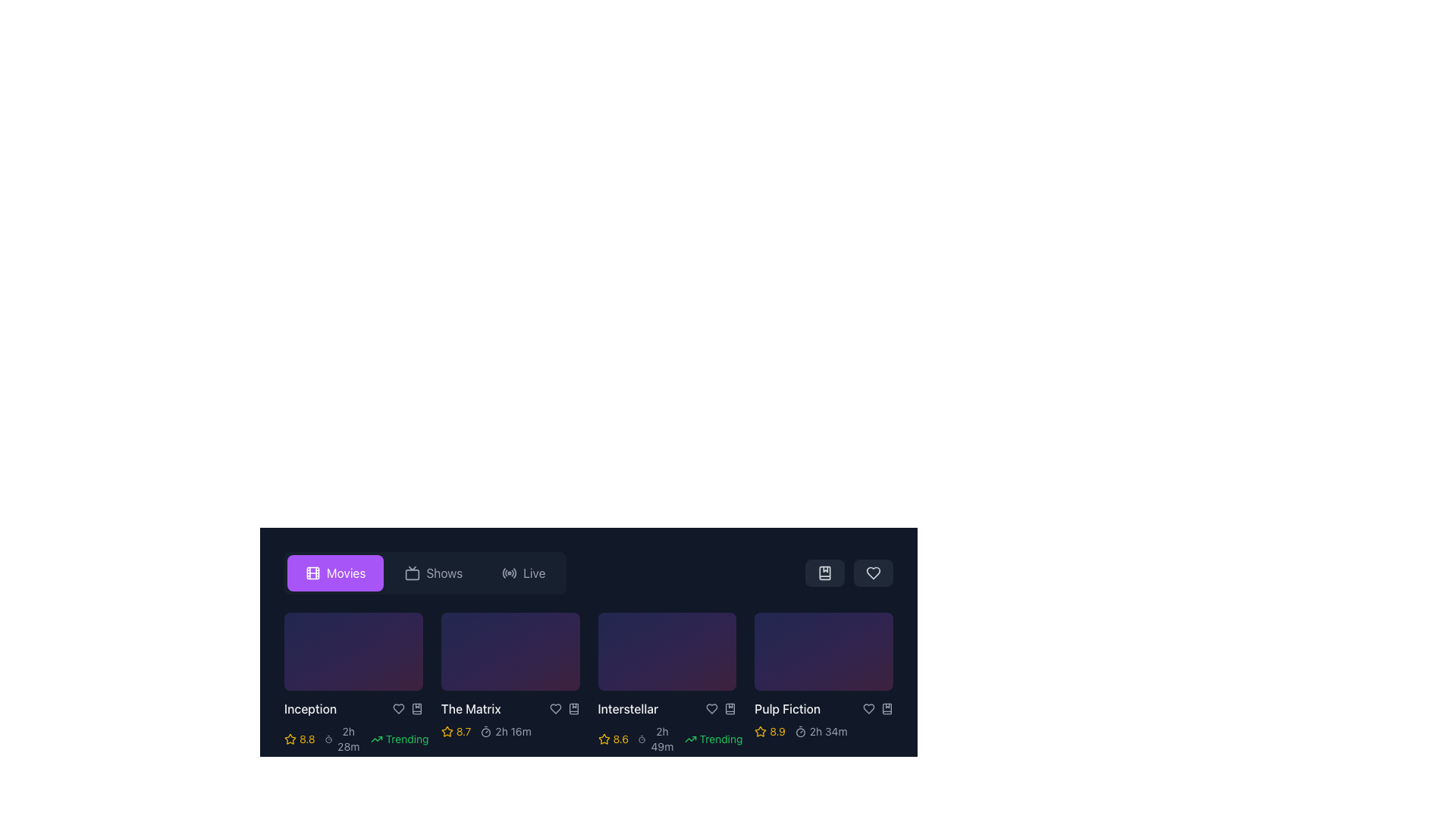 The image size is (1456, 819). I want to click on the compact timer icon located in the metadata section of the second movie tile, which is styled as a circular stopwatch and positioned just to the left of the text '2h 16m', so click(486, 730).